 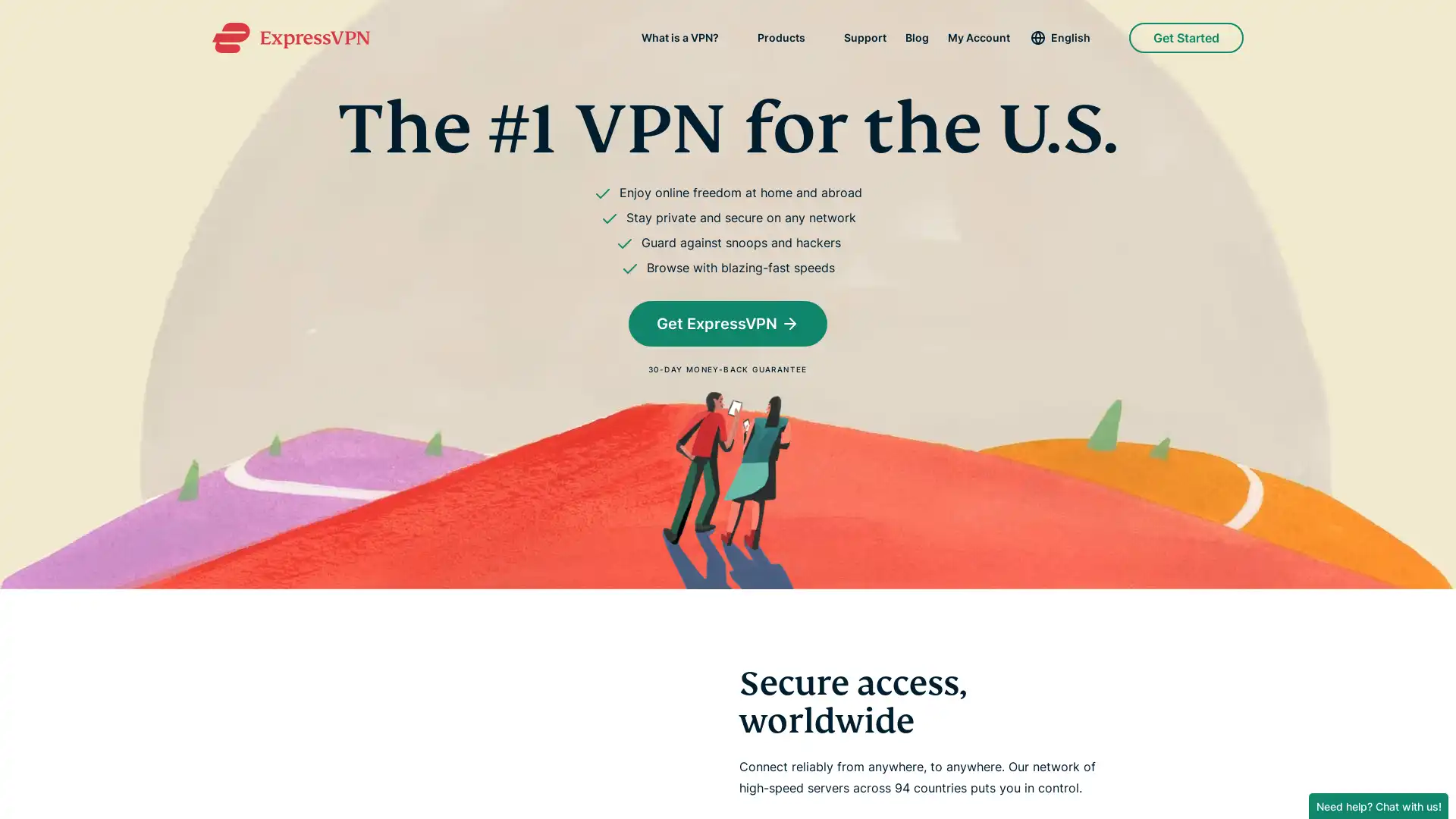 I want to click on Language, so click(x=1068, y=37).